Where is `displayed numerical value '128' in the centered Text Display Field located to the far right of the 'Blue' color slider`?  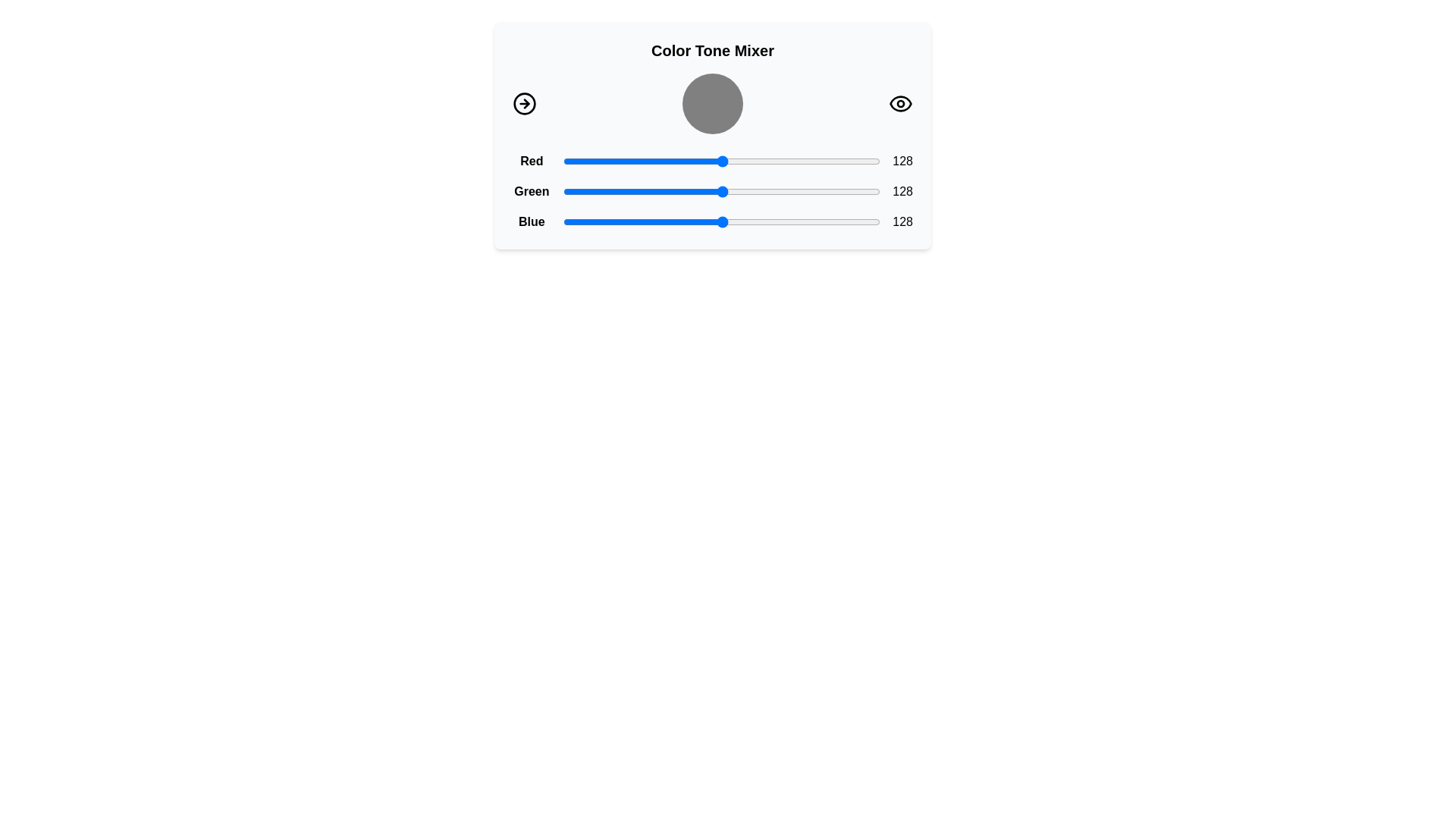
displayed numerical value '128' in the centered Text Display Field located to the far right of the 'Blue' color slider is located at coordinates (902, 222).